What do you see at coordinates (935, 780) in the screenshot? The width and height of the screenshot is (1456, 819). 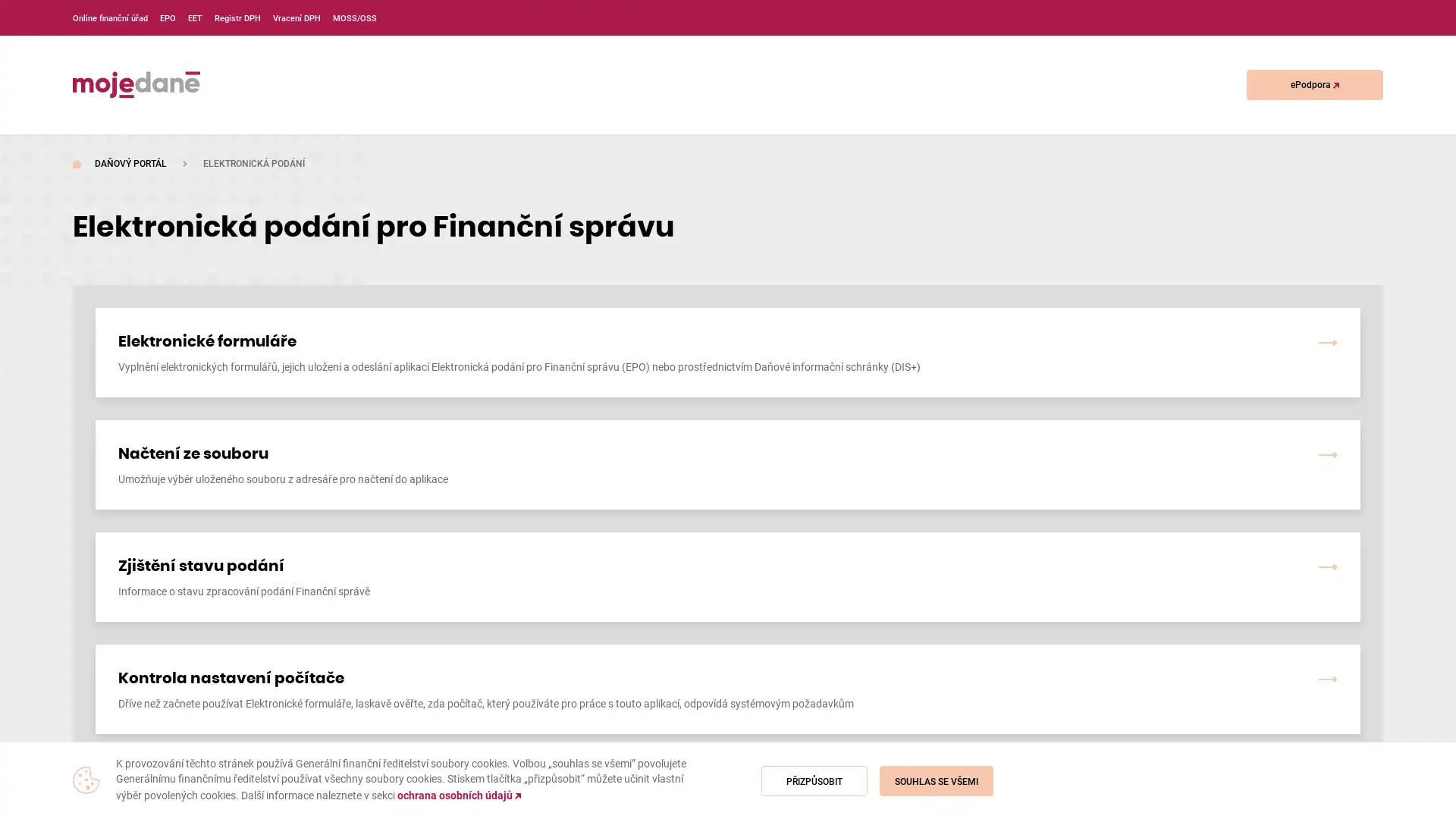 I see `SOUHLAS SE VSEMI` at bounding box center [935, 780].